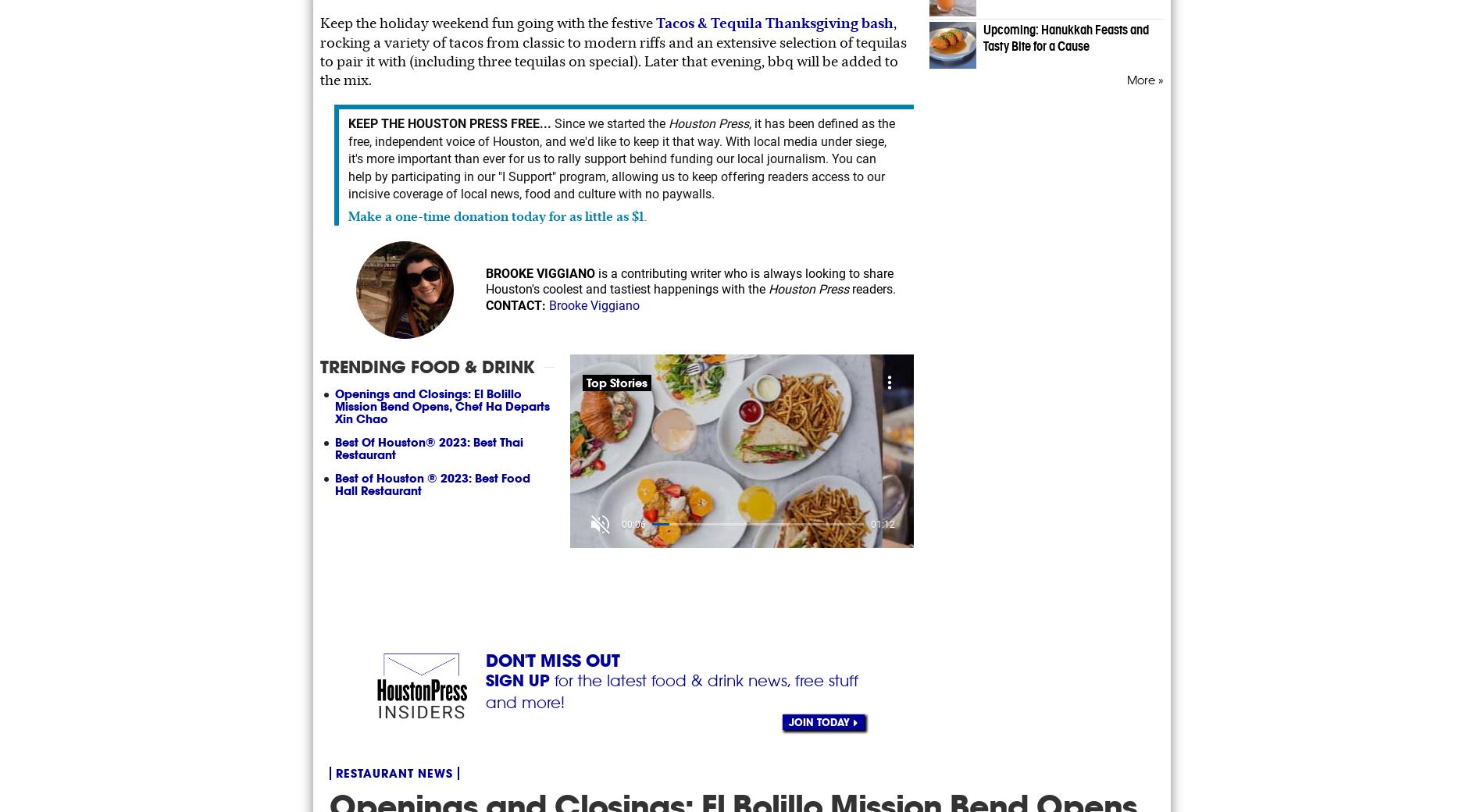  What do you see at coordinates (632, 524) in the screenshot?
I see `'00:11'` at bounding box center [632, 524].